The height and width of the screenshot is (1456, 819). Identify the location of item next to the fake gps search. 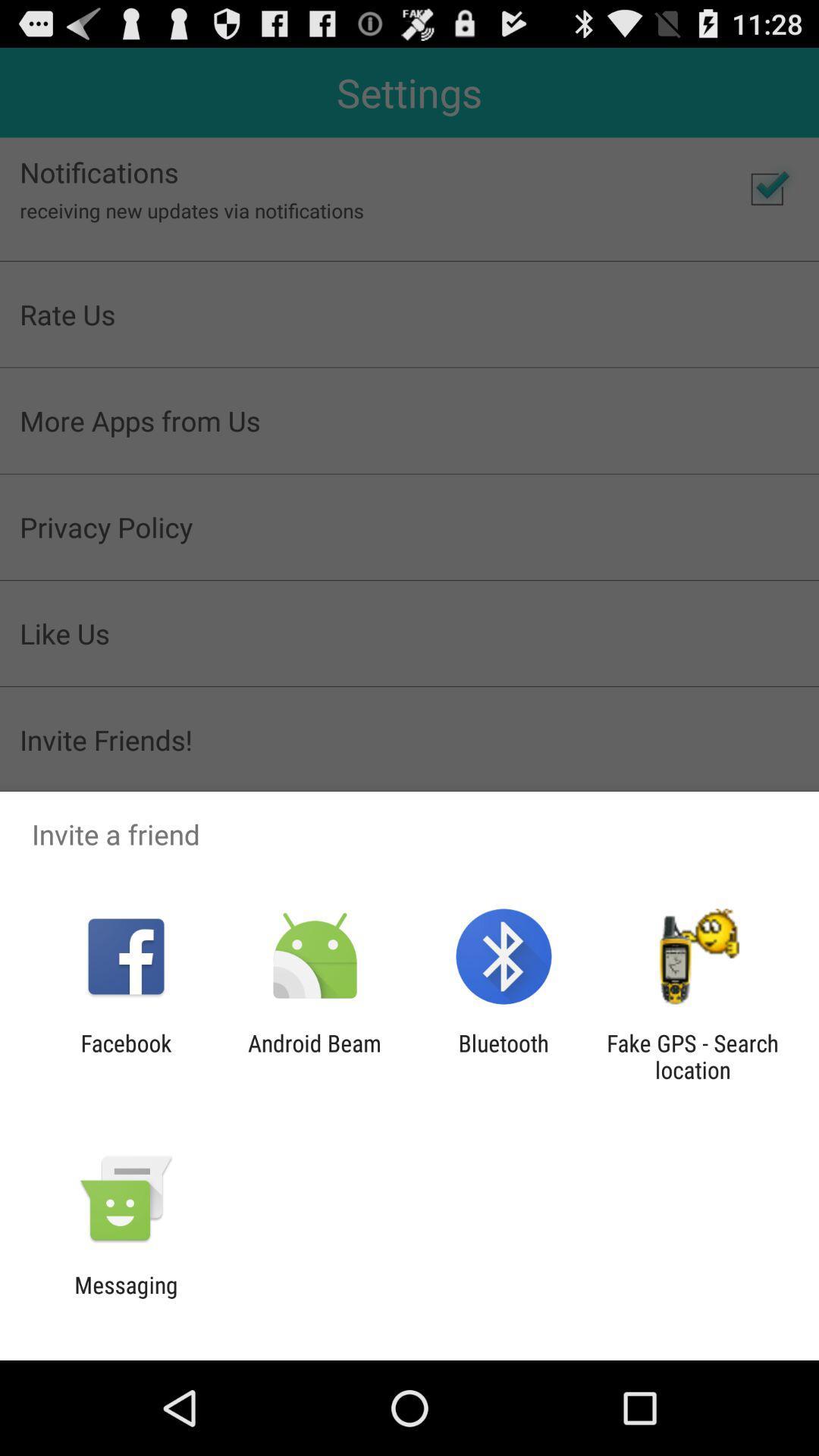
(504, 1056).